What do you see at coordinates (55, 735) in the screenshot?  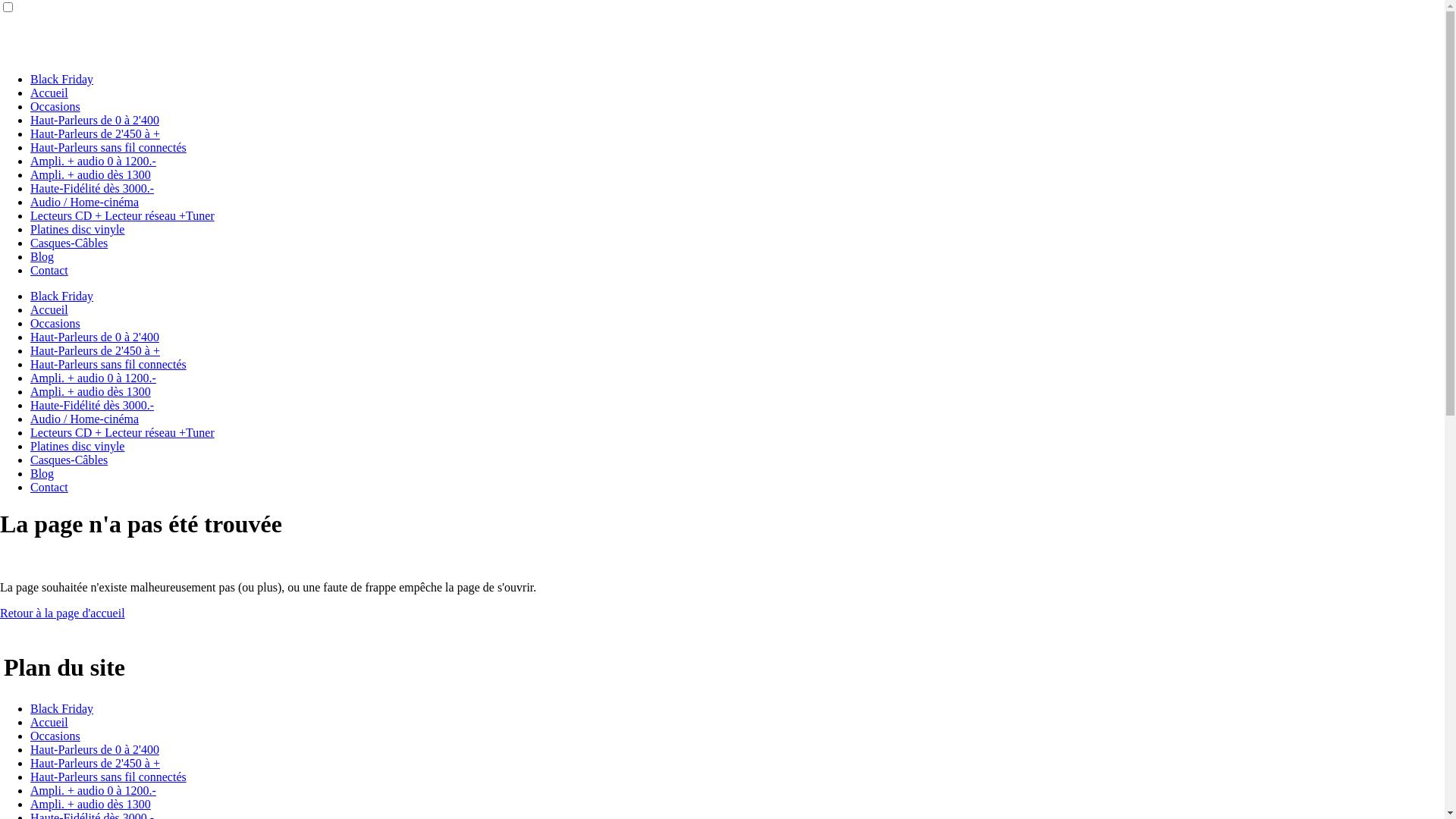 I see `'Occasions'` at bounding box center [55, 735].